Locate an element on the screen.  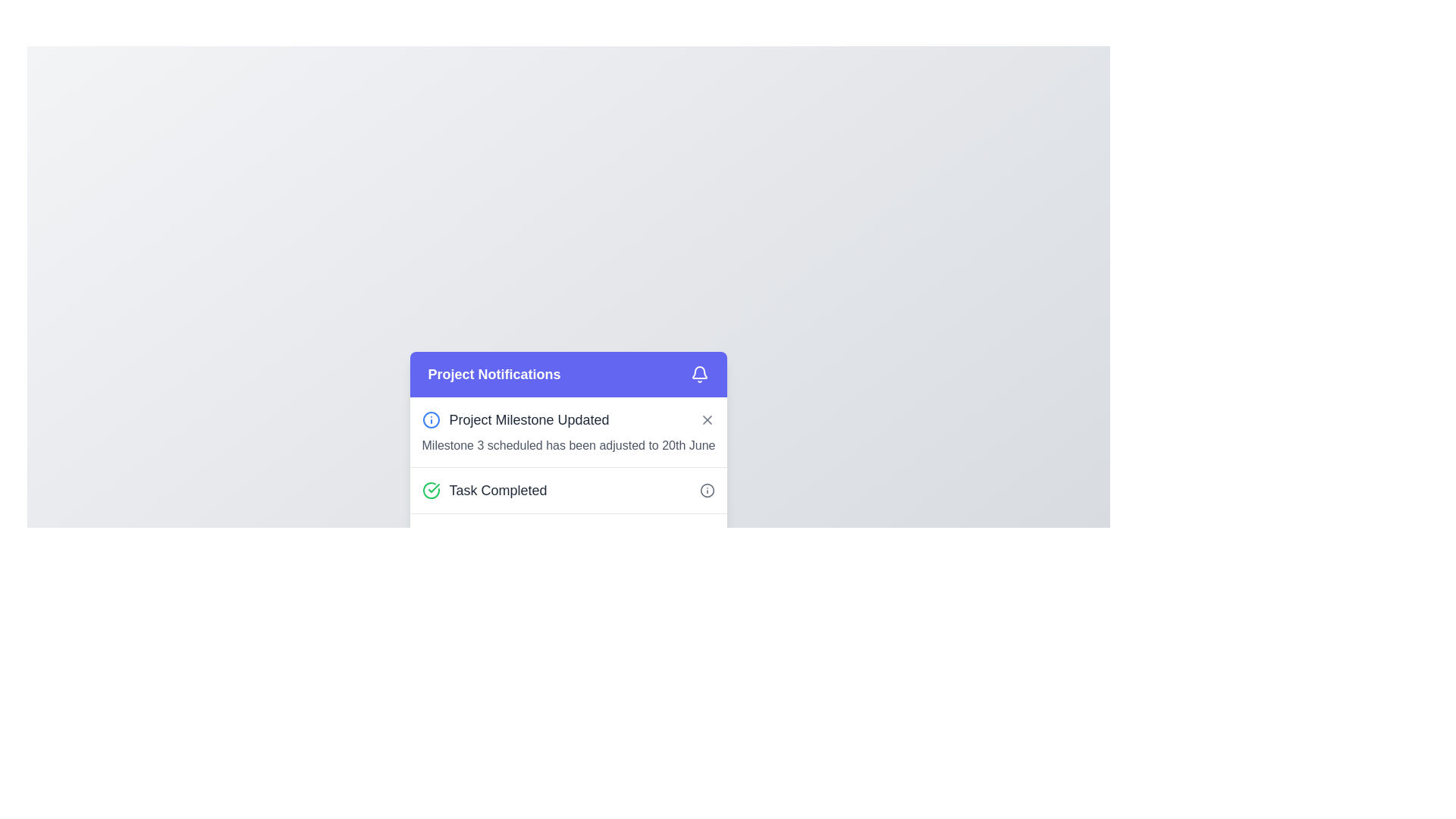
circular icon element within the SVG graphic located under the notification display area by clicking on its center is located at coordinates (430, 536).